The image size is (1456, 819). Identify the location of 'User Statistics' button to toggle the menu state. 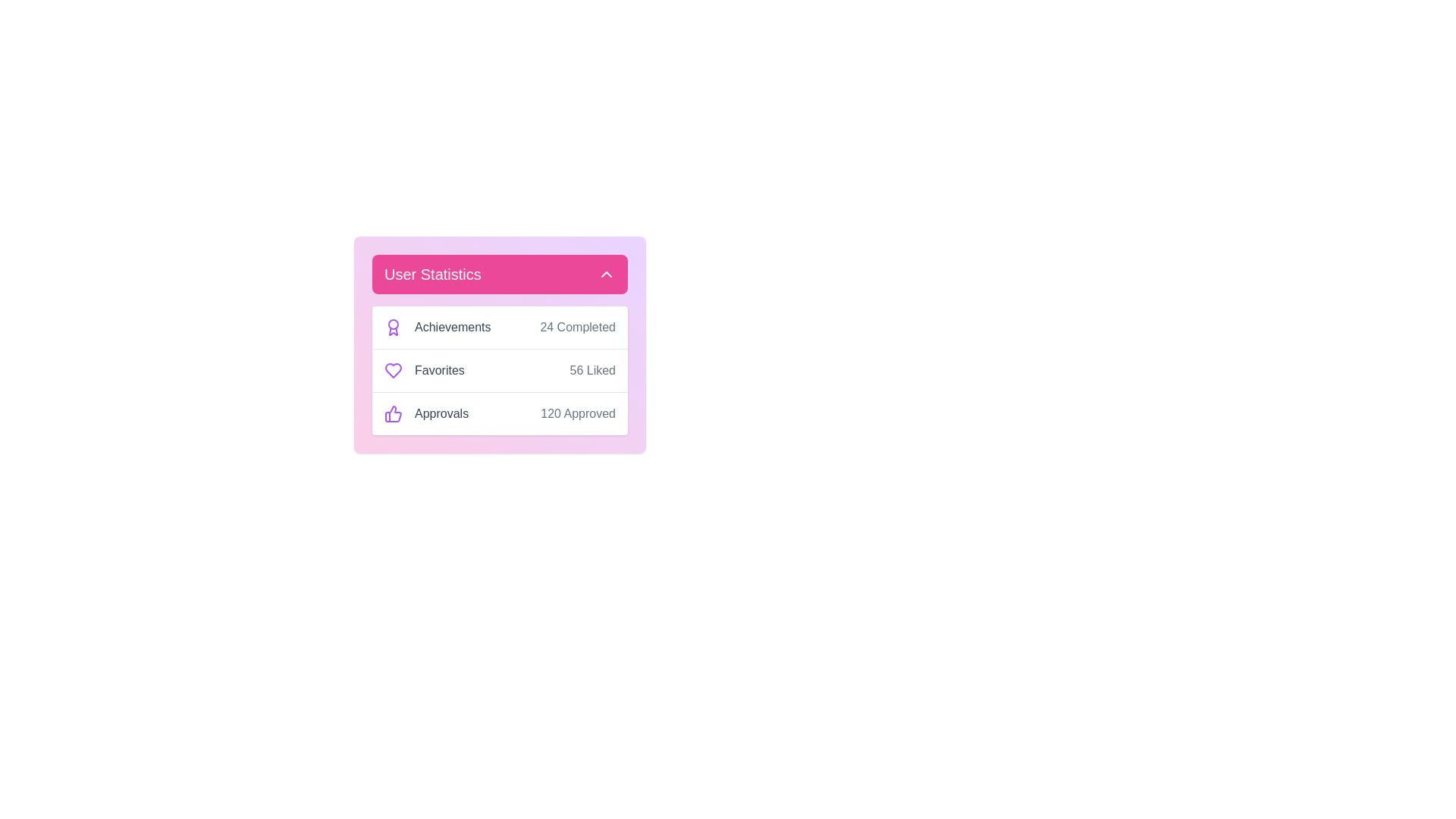
(500, 275).